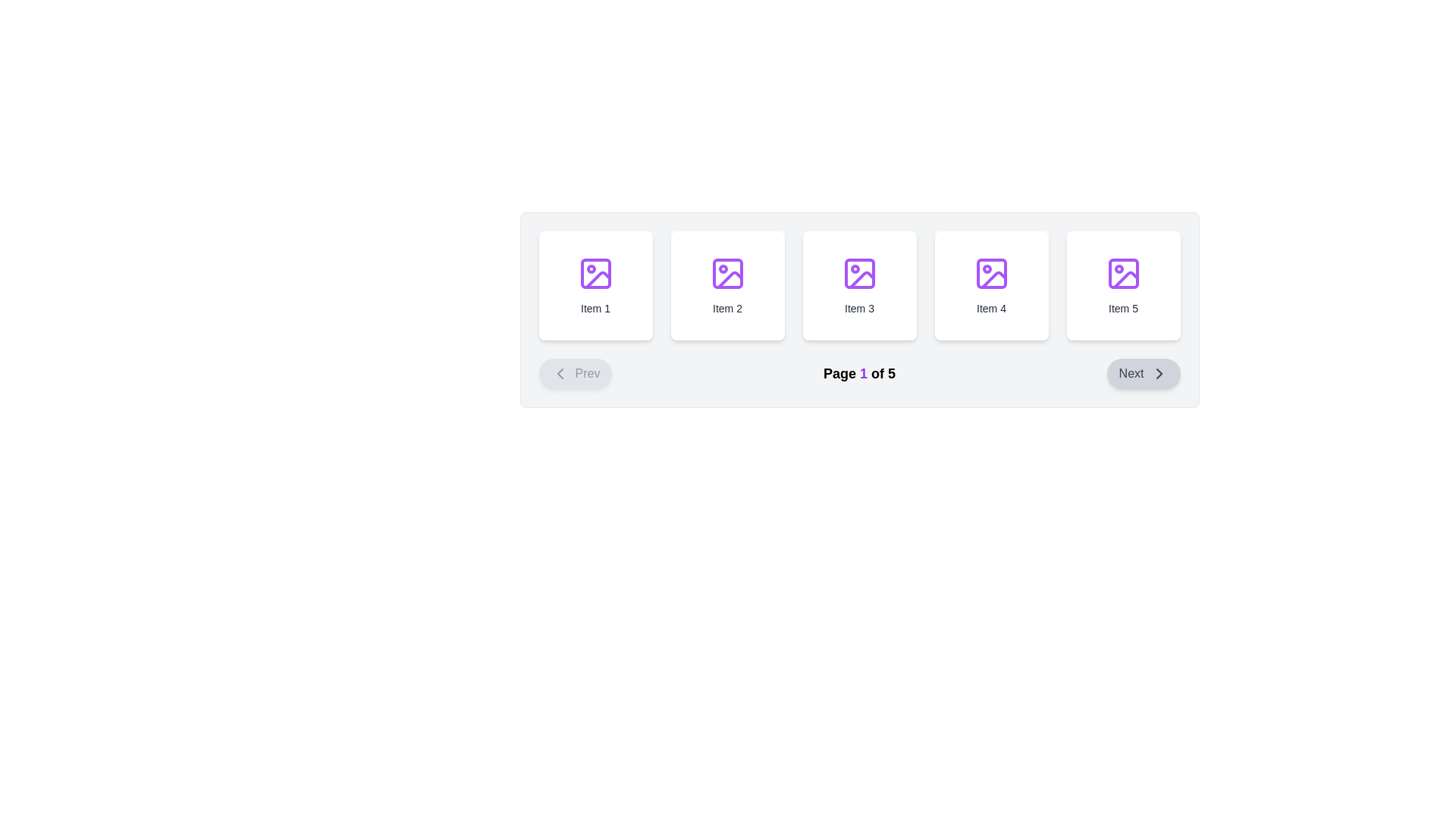 The image size is (1456, 819). I want to click on the text display that shows 'Page 1 of 5' in bold, located centrally in the horizontal navigation bar between the 'Prev' and 'Next' buttons, so click(859, 374).